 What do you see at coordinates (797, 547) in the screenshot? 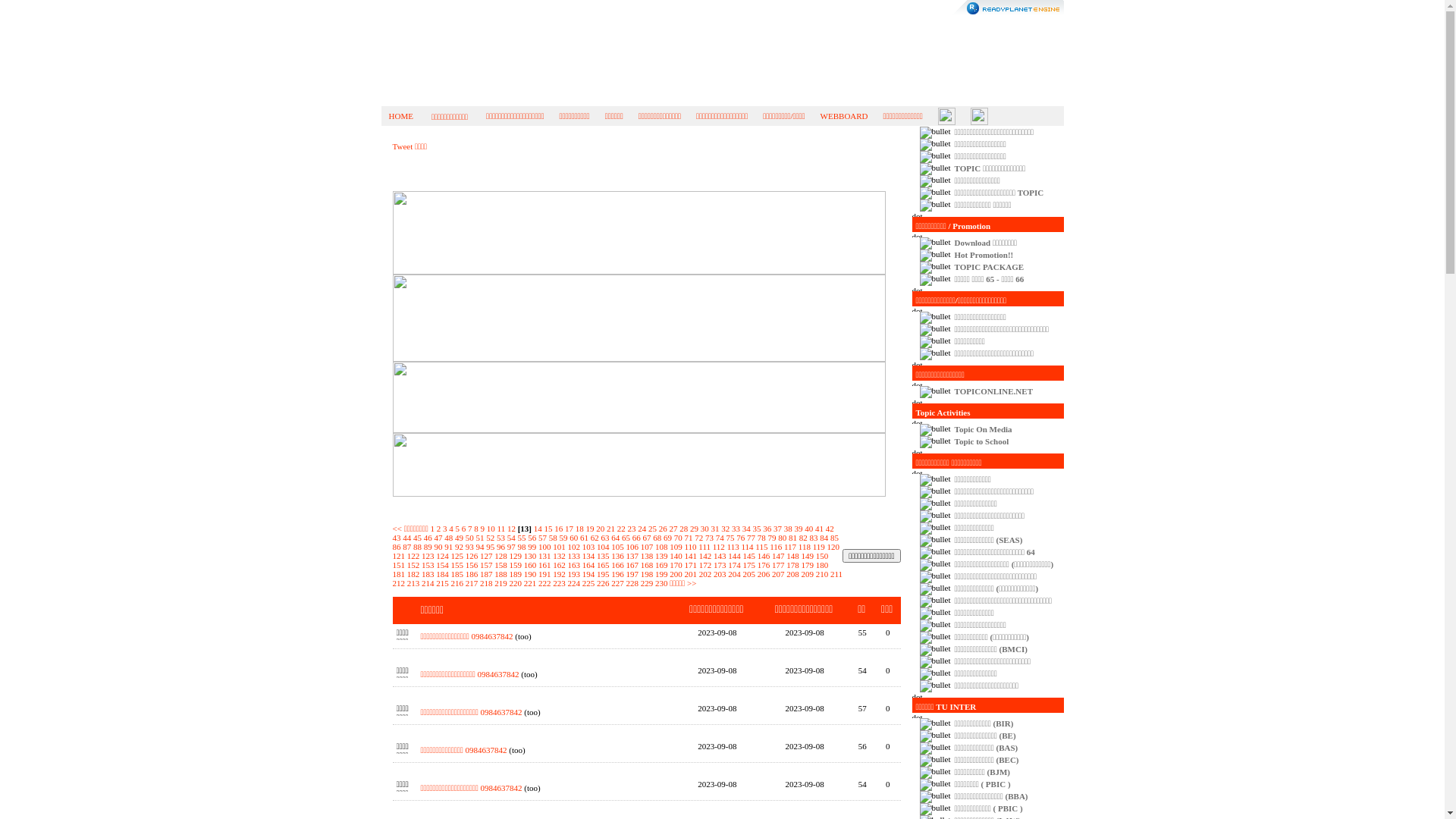
I see `'118'` at bounding box center [797, 547].